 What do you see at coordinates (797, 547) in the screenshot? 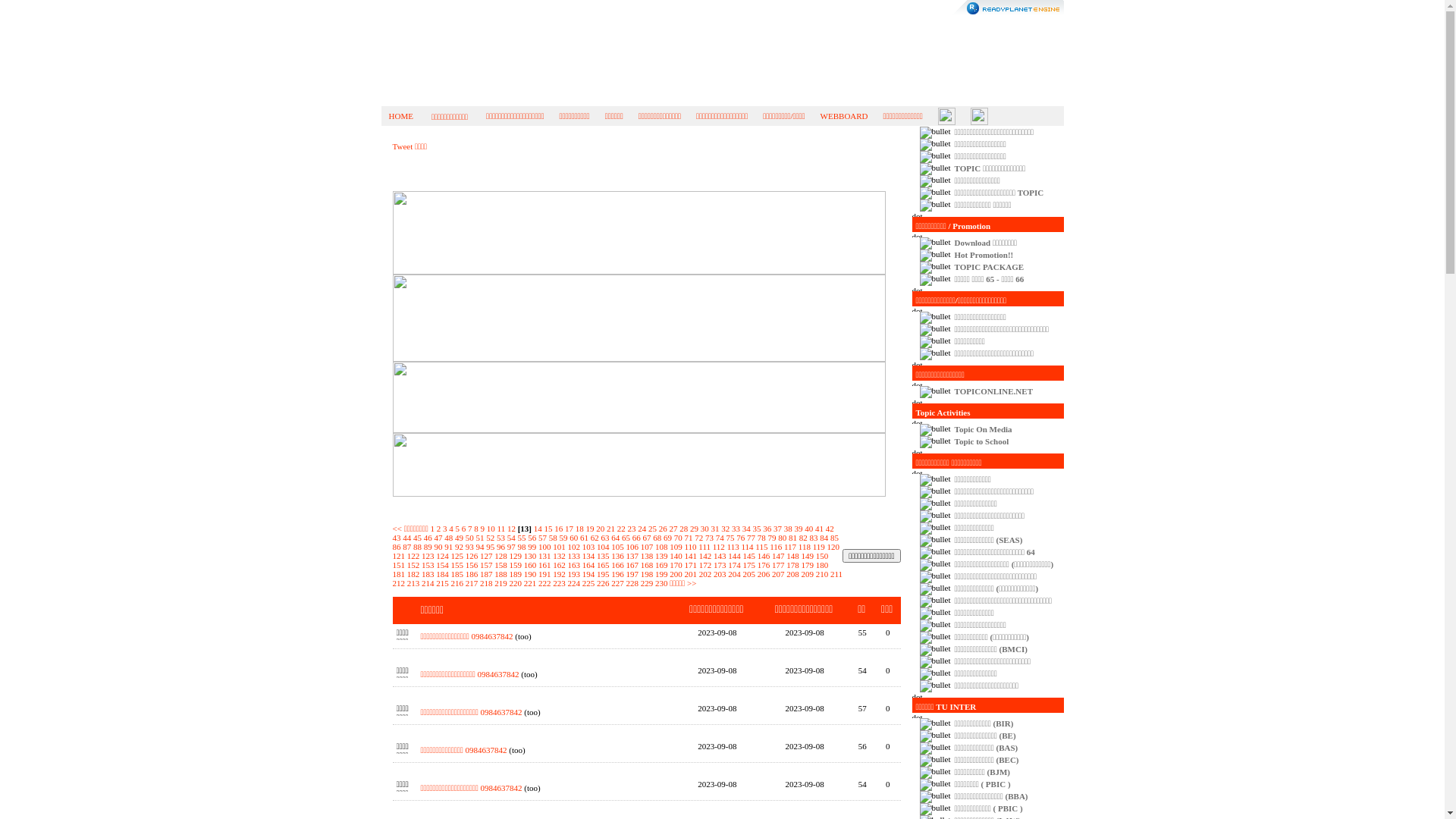
I see `'118'` at bounding box center [797, 547].